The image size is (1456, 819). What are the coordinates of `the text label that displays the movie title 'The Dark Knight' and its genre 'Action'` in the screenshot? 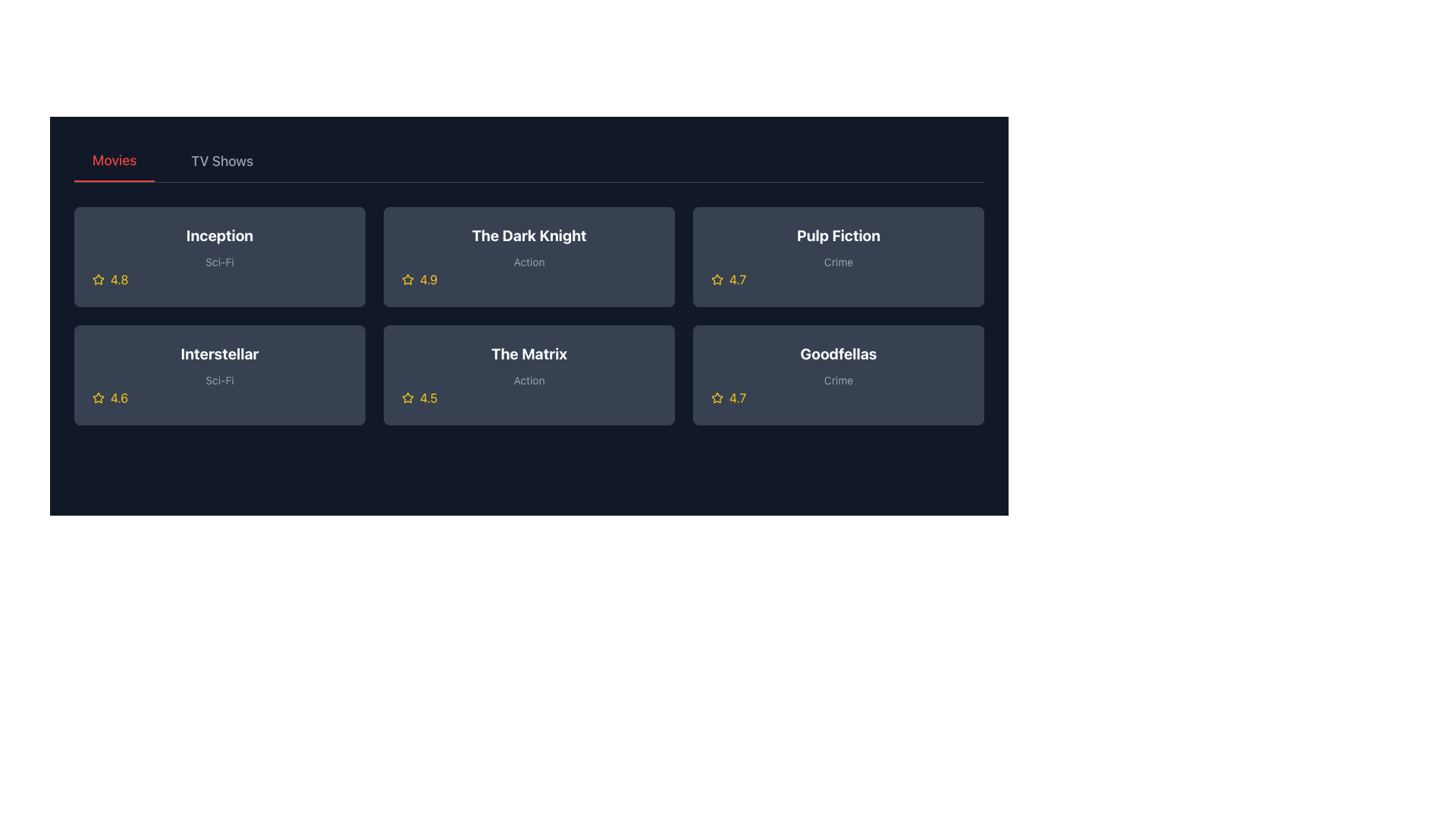 It's located at (529, 247).